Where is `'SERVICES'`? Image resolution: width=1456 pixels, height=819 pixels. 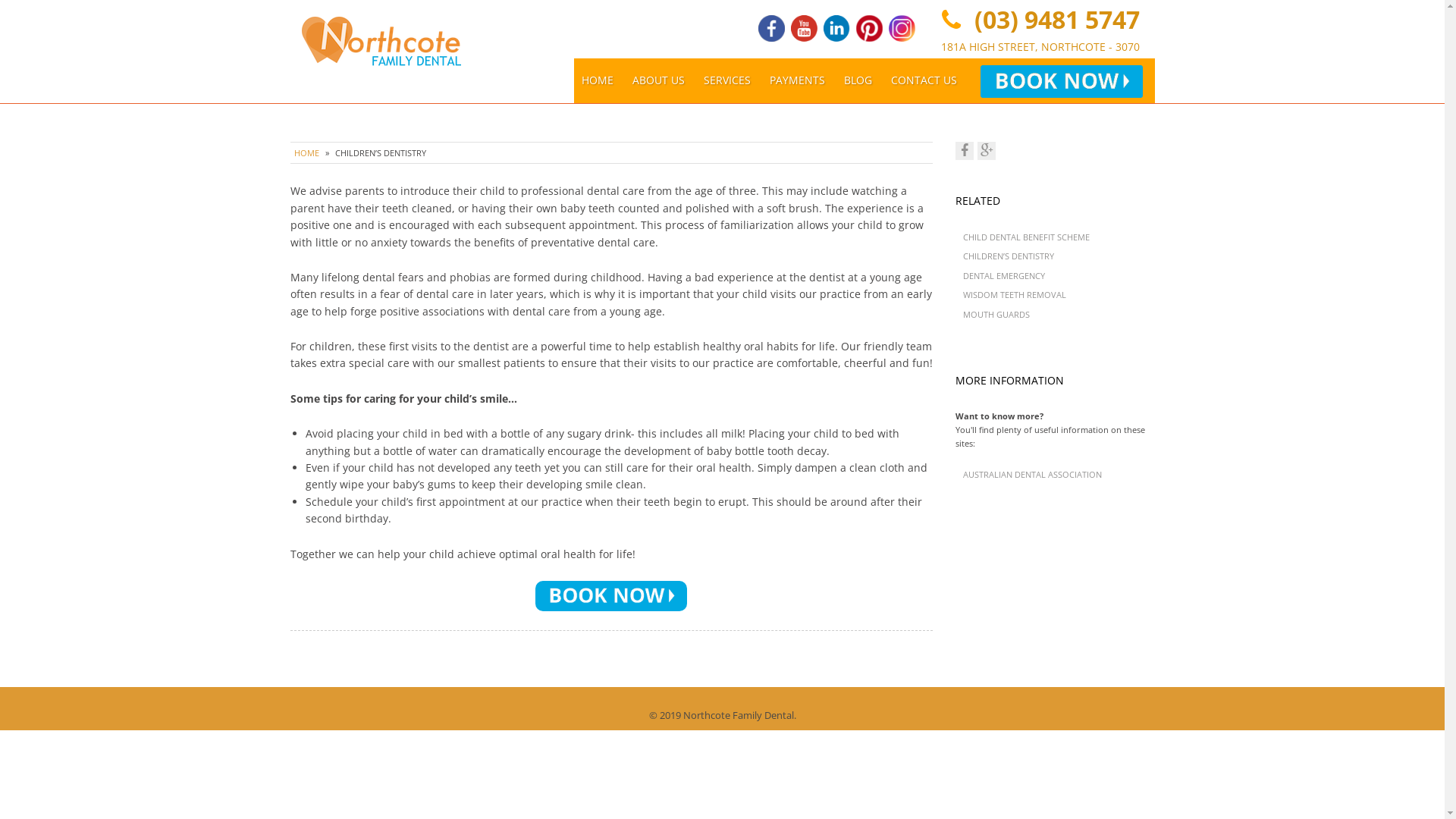
'SERVICES' is located at coordinates (726, 80).